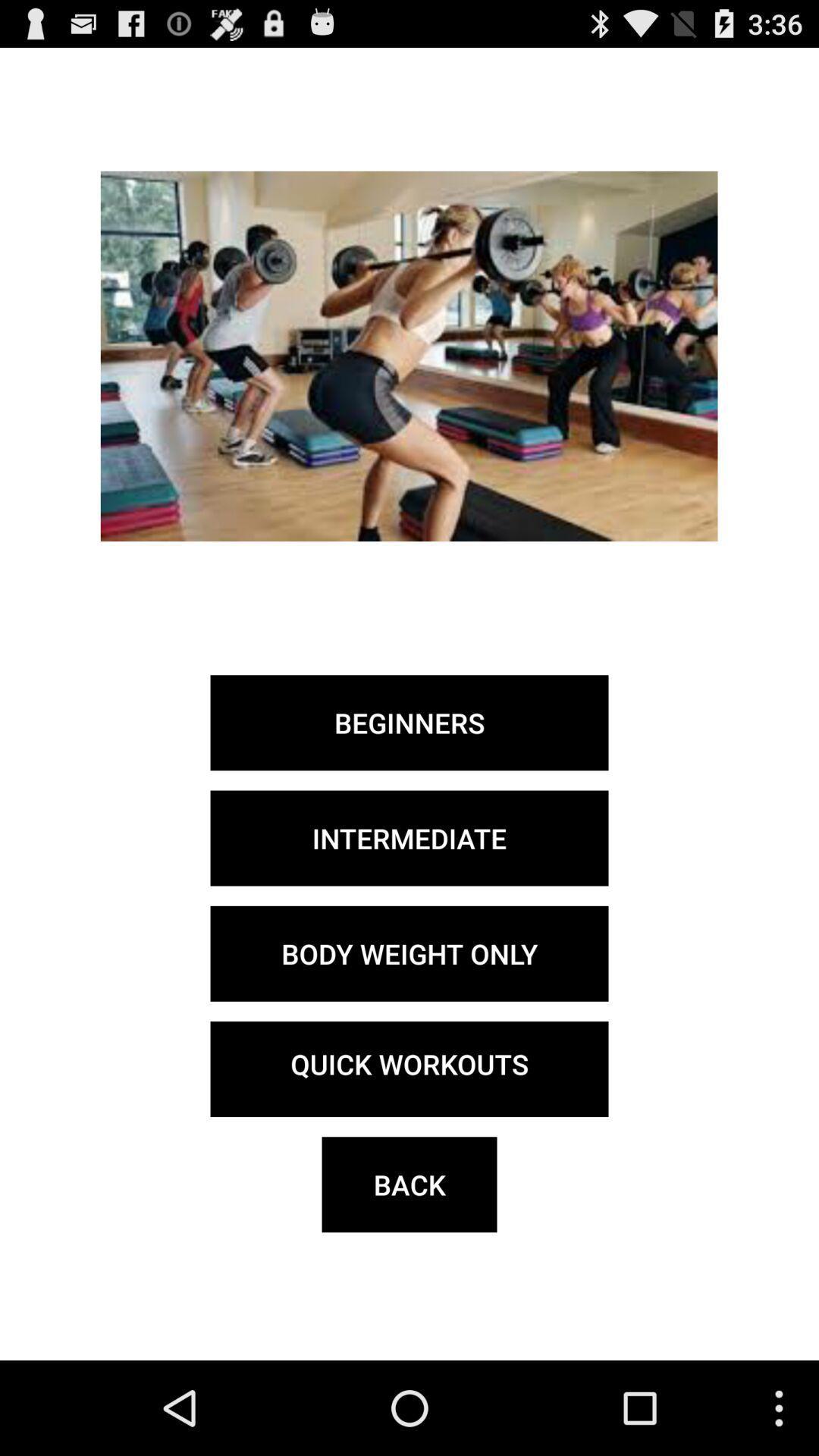 This screenshot has width=819, height=1456. Describe the element at coordinates (409, 952) in the screenshot. I see `body weight only item` at that location.